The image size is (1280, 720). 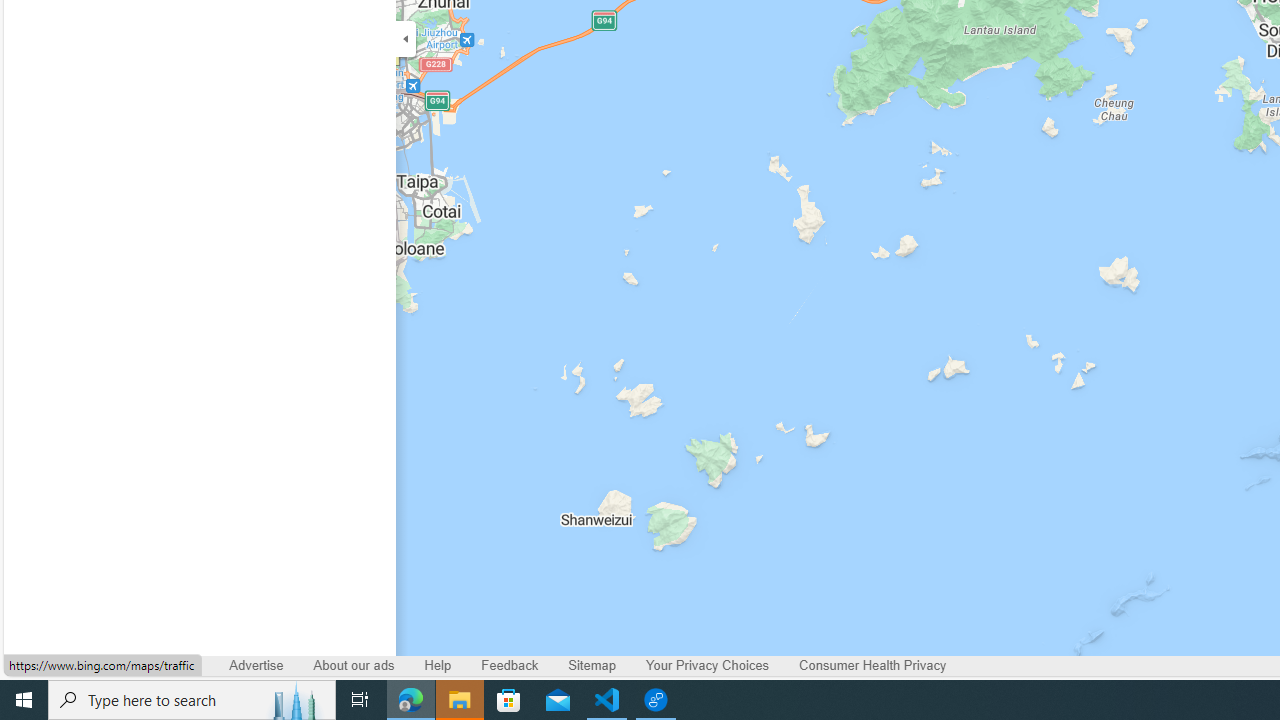 What do you see at coordinates (872, 666) in the screenshot?
I see `'Consumer Health Privacy'` at bounding box center [872, 666].